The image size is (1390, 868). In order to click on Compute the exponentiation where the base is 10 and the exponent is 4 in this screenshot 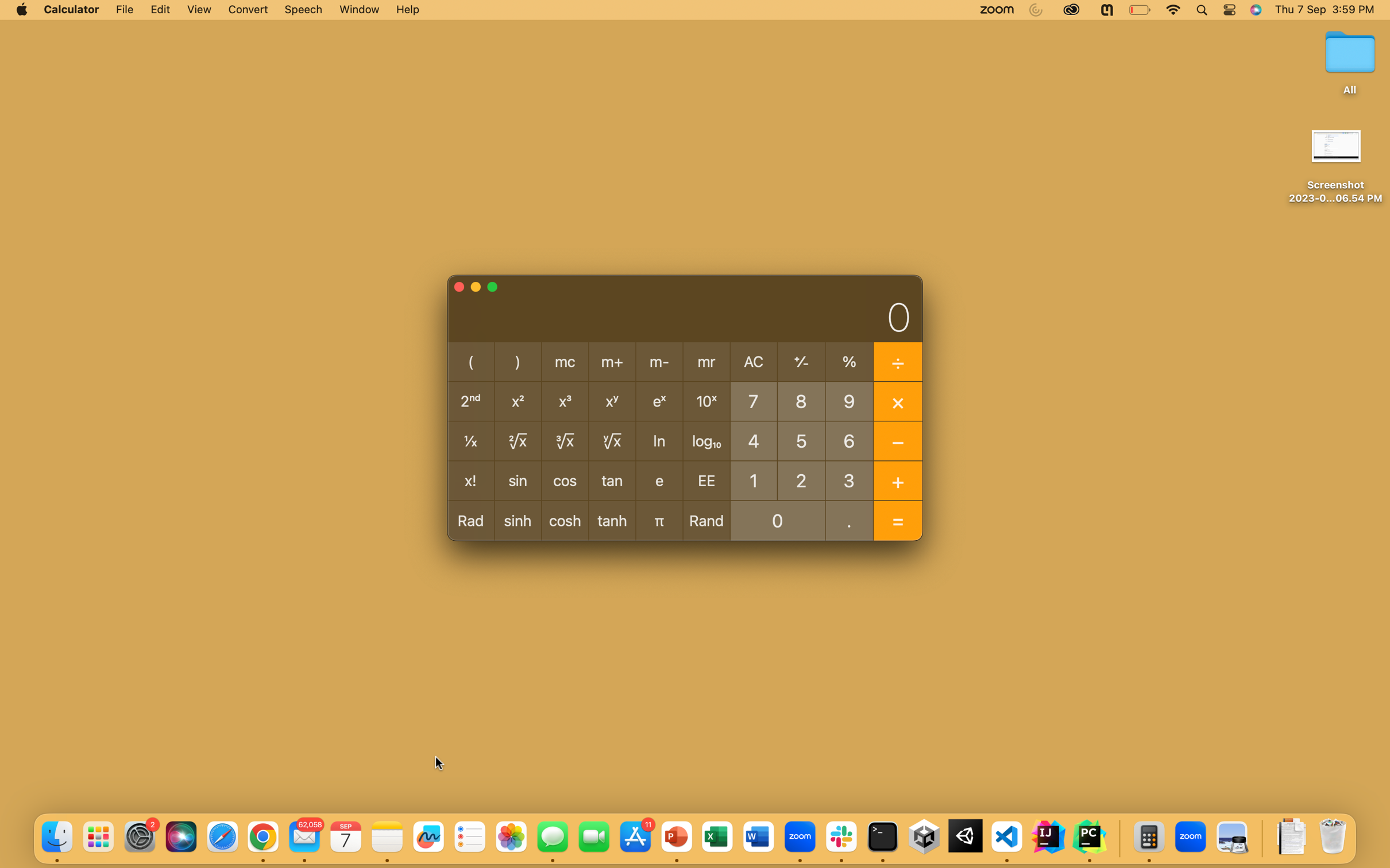, I will do `click(752, 440)`.